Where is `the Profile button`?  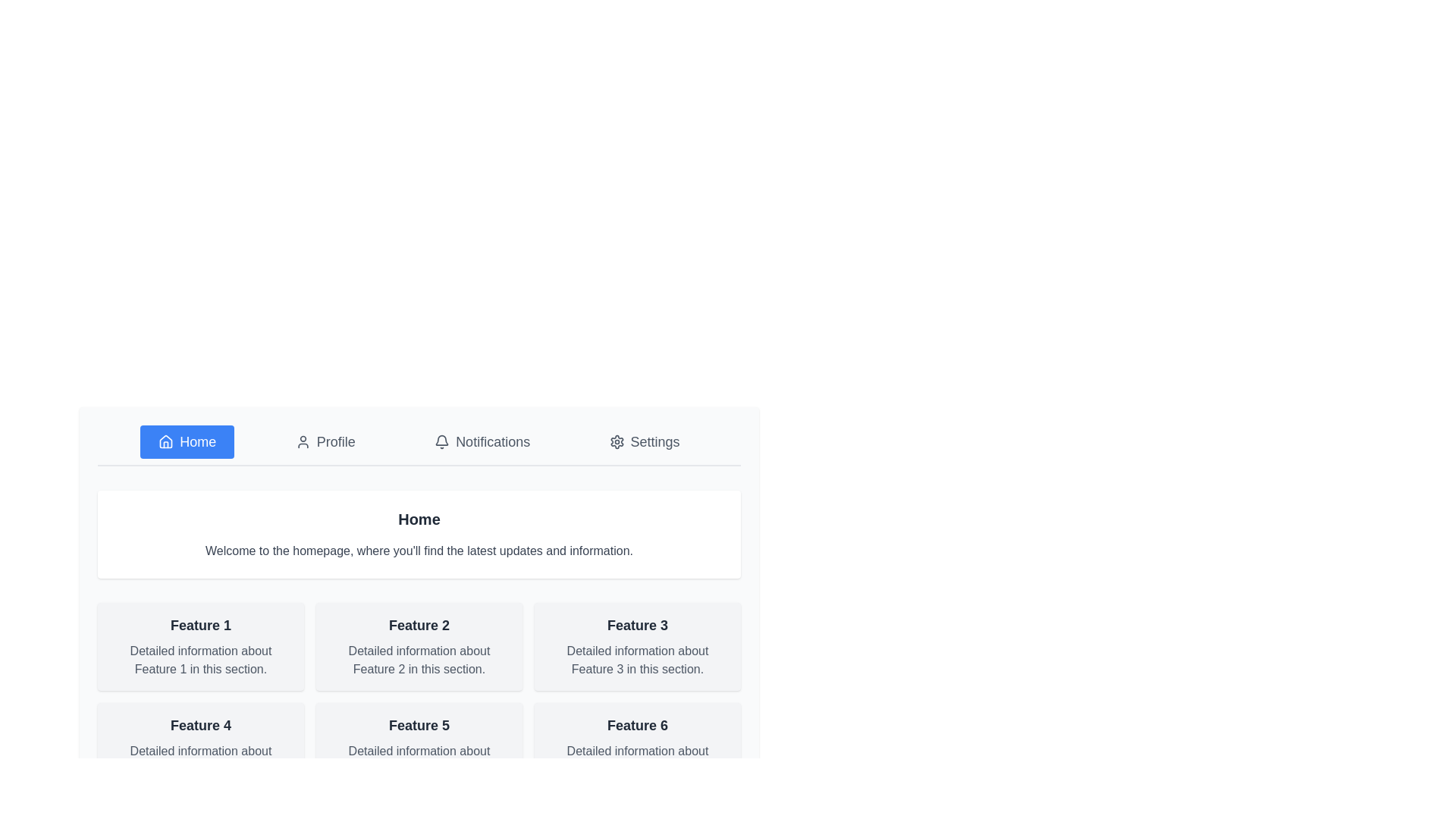 the Profile button is located at coordinates (325, 441).